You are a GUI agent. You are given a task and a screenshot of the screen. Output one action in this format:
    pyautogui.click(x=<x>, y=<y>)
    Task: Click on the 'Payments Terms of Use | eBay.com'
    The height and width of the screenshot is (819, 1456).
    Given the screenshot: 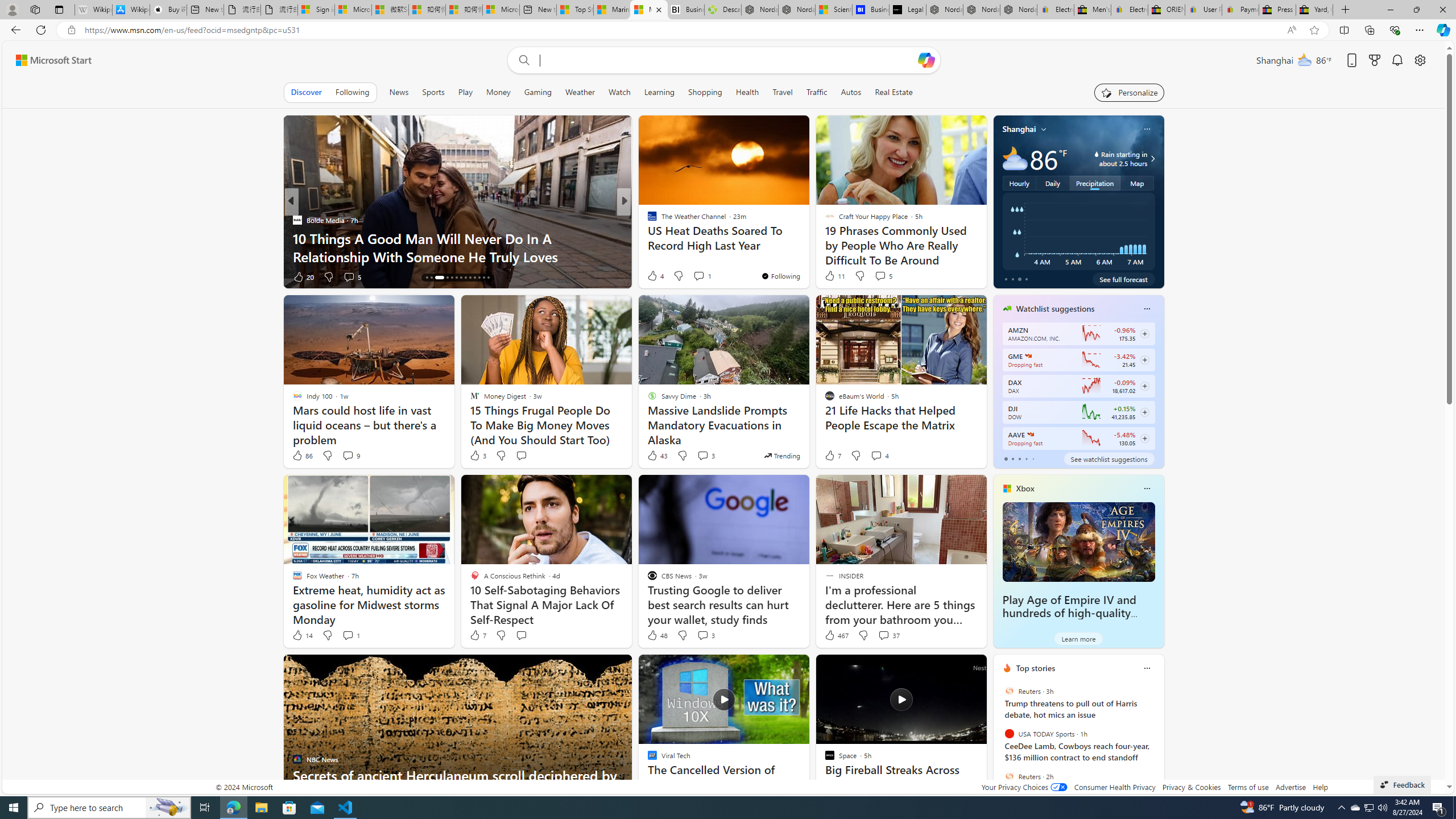 What is the action you would take?
    pyautogui.click(x=1240, y=9)
    